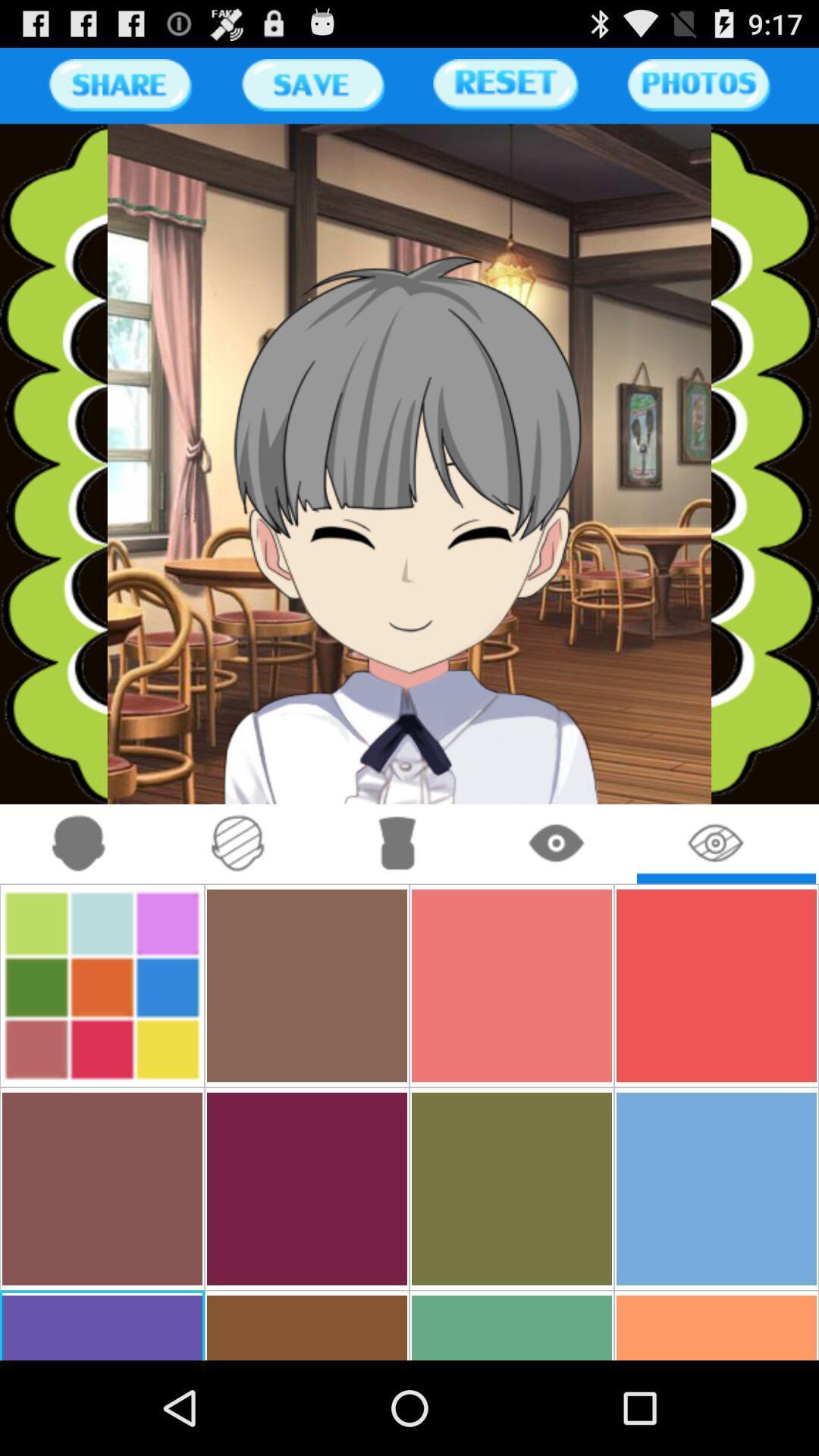 The image size is (819, 1456). What do you see at coordinates (239, 843) in the screenshot?
I see `head type` at bounding box center [239, 843].